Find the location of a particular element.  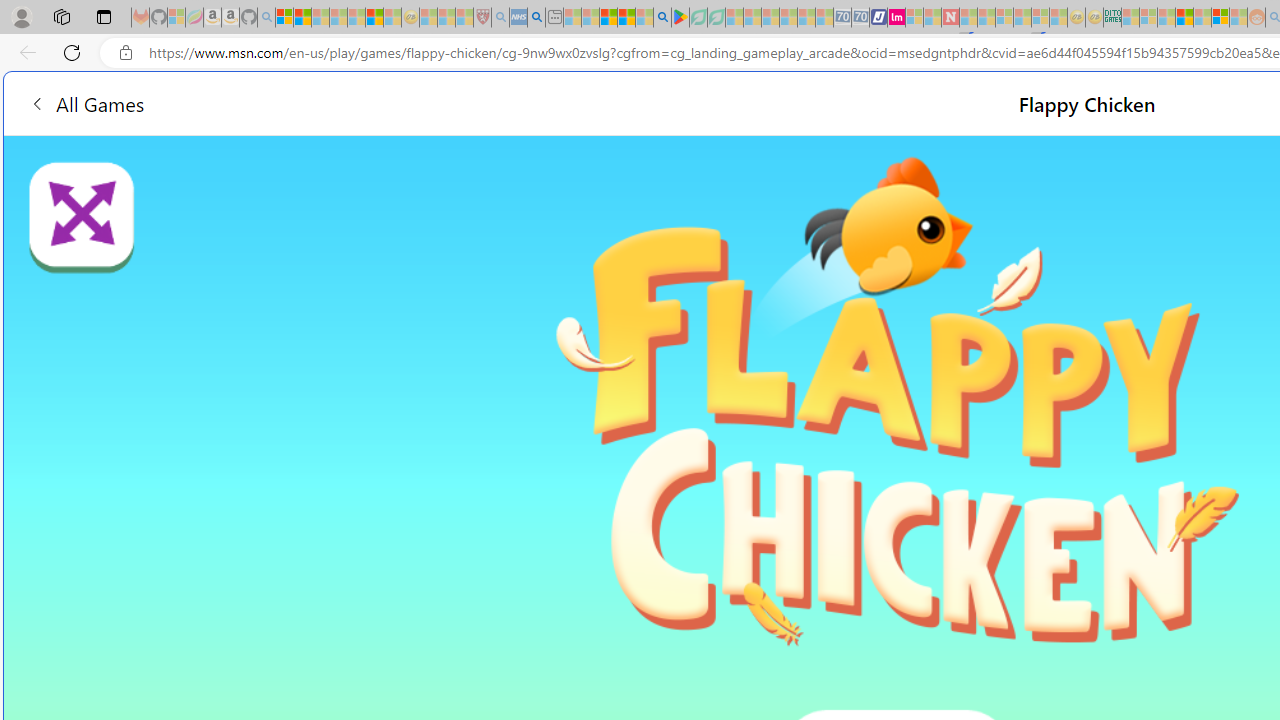

'utah sues federal government - Search' is located at coordinates (536, 17).